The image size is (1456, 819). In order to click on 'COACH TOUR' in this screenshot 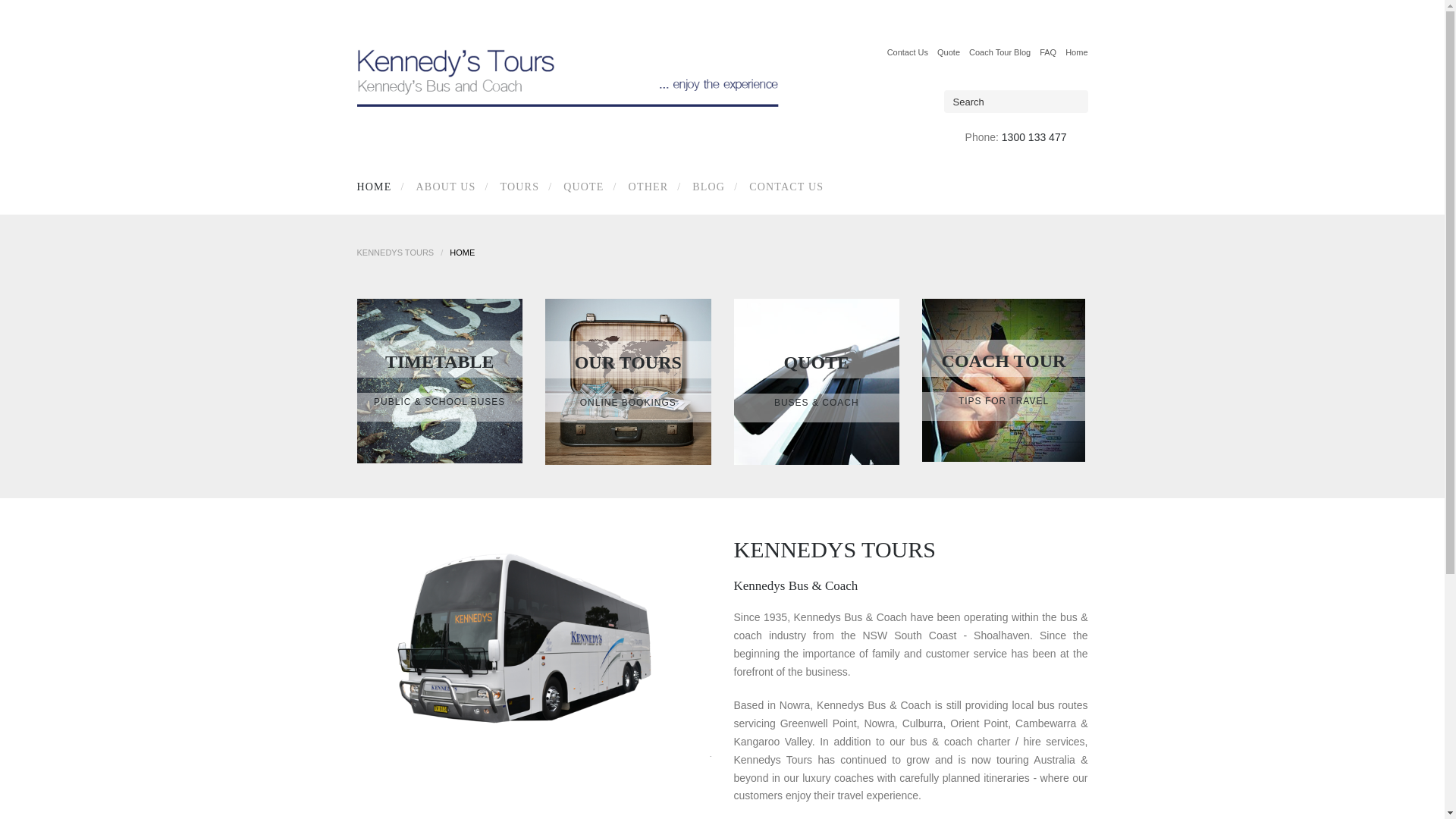, I will do `click(1003, 360)`.